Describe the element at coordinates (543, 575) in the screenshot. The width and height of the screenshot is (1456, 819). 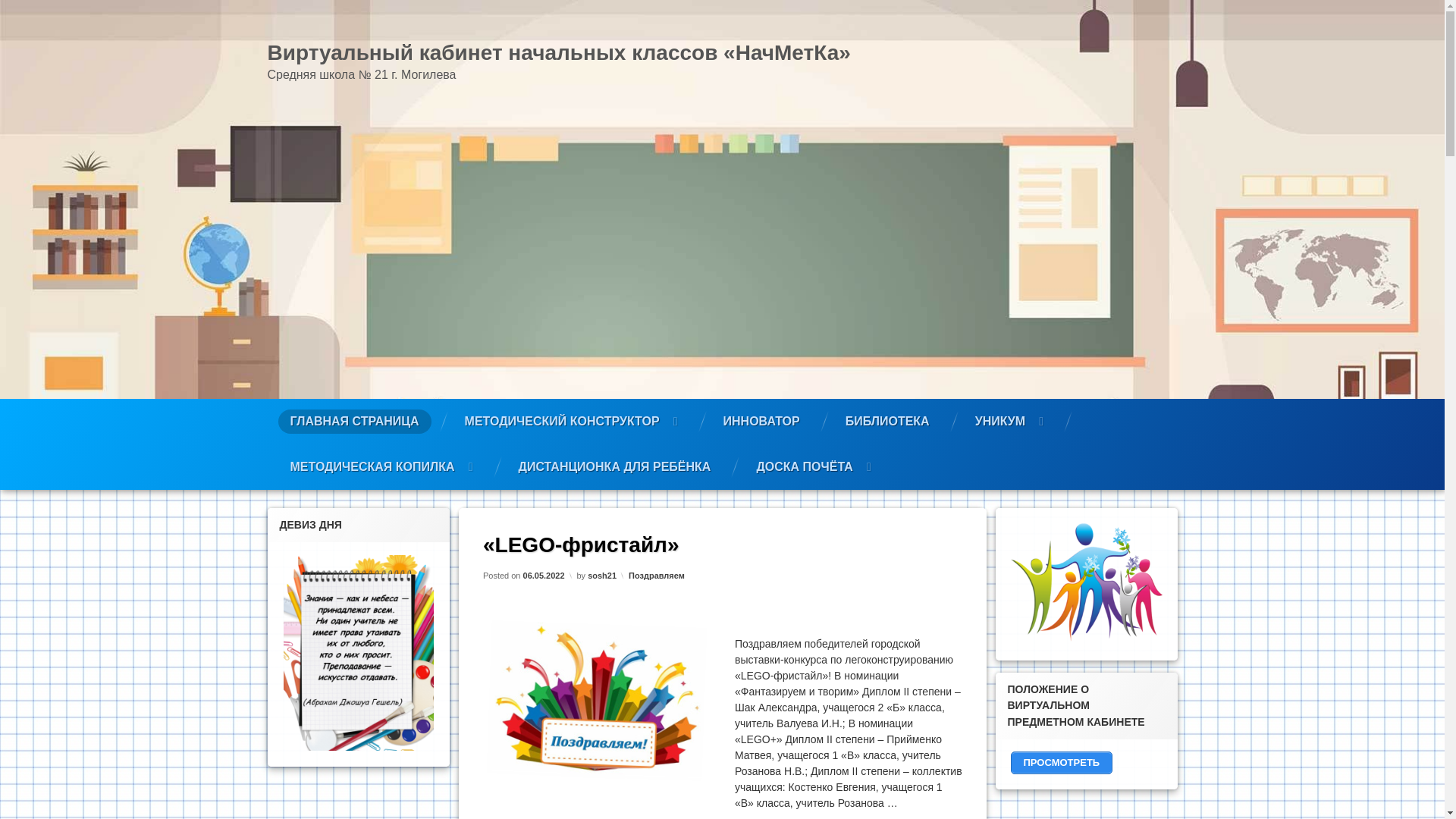
I see `'06.05.2022'` at that location.